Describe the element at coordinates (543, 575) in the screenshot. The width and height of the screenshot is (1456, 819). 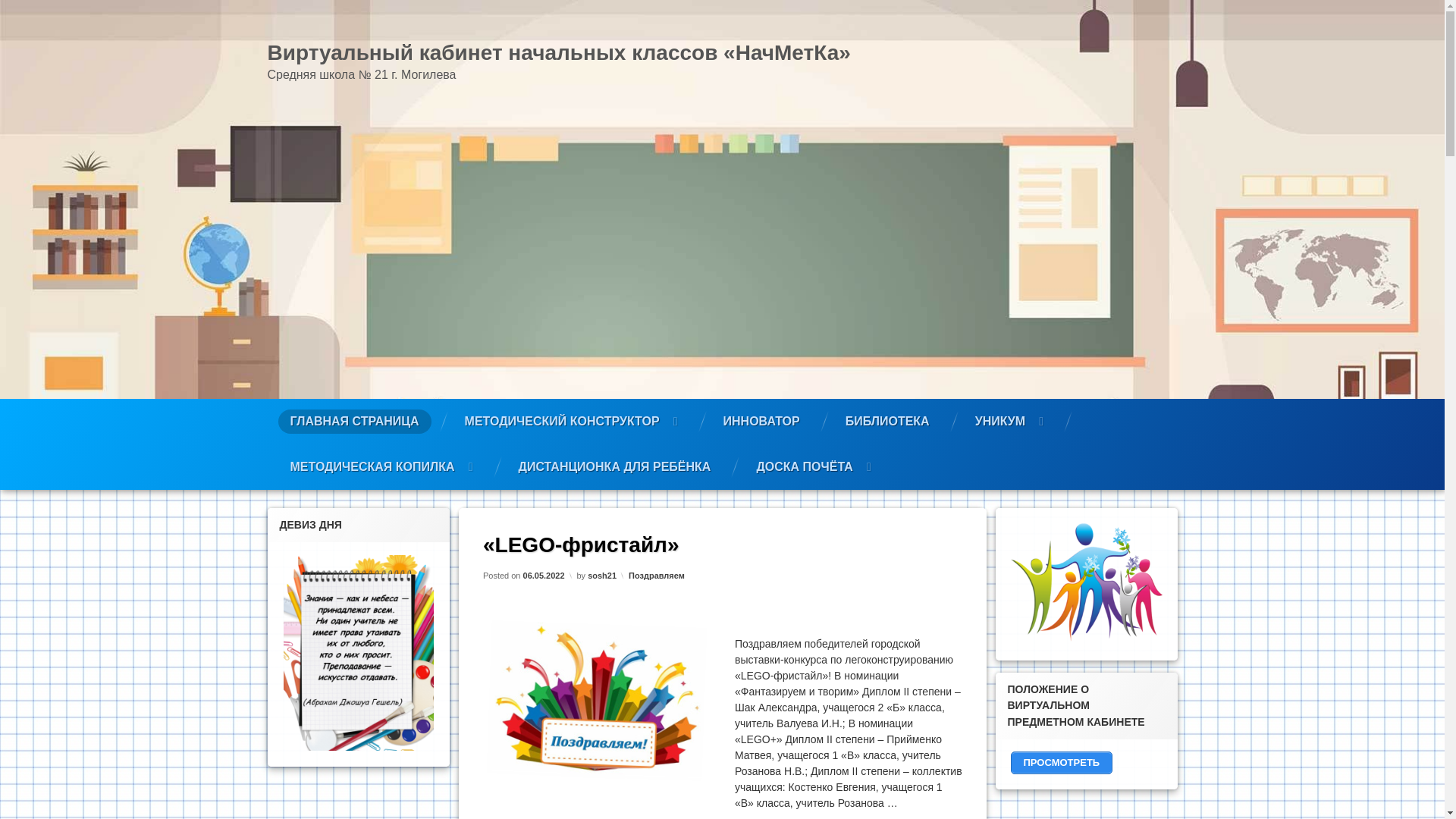
I see `'06.05.2022'` at that location.